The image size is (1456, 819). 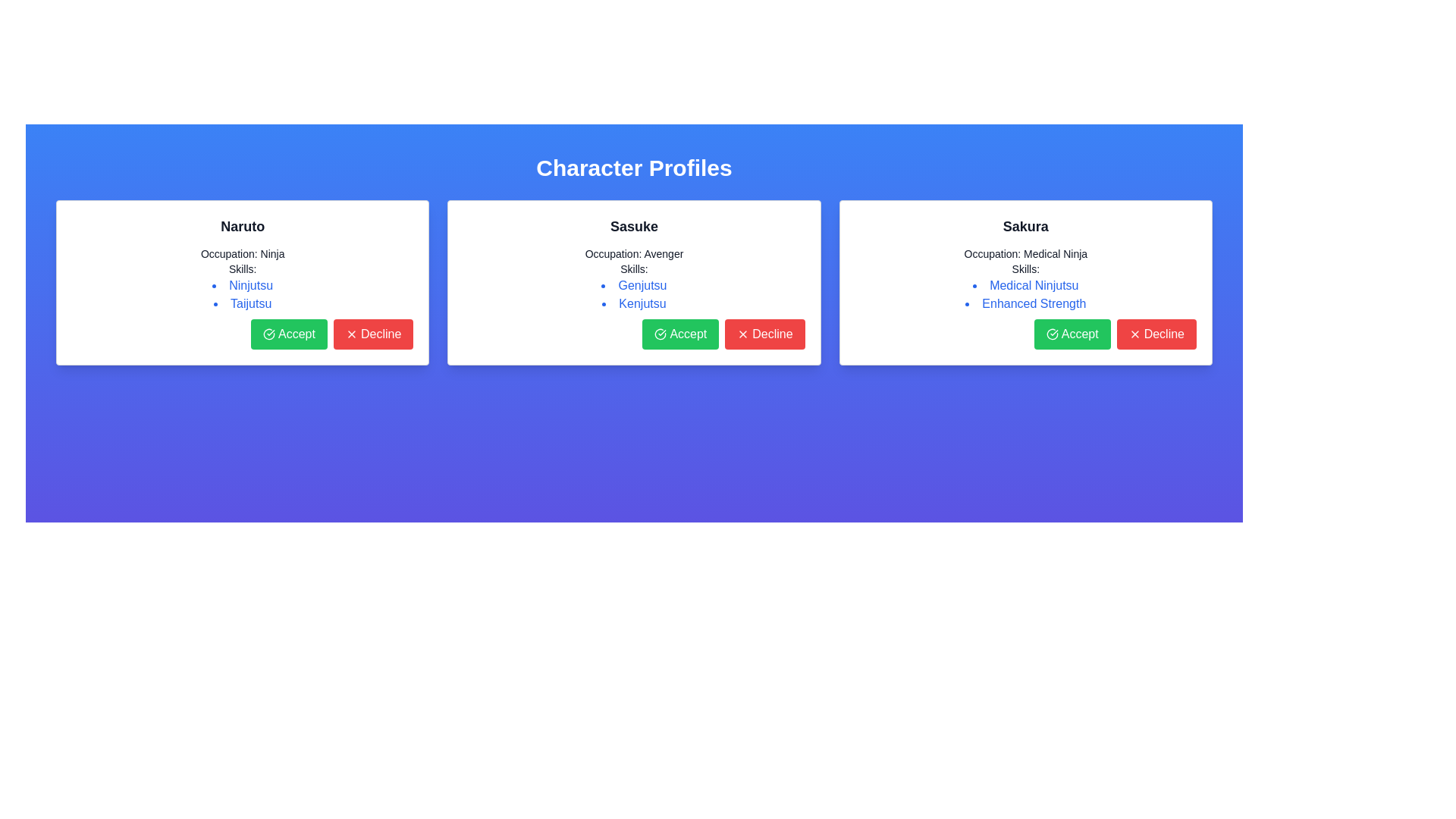 What do you see at coordinates (1025, 268) in the screenshot?
I see `the Text Label that serves as a heading for the list of skills, located under the 'Occupation' line and above the list items ('Medical Ninjutsu' and 'Enhanced Strength')` at bounding box center [1025, 268].